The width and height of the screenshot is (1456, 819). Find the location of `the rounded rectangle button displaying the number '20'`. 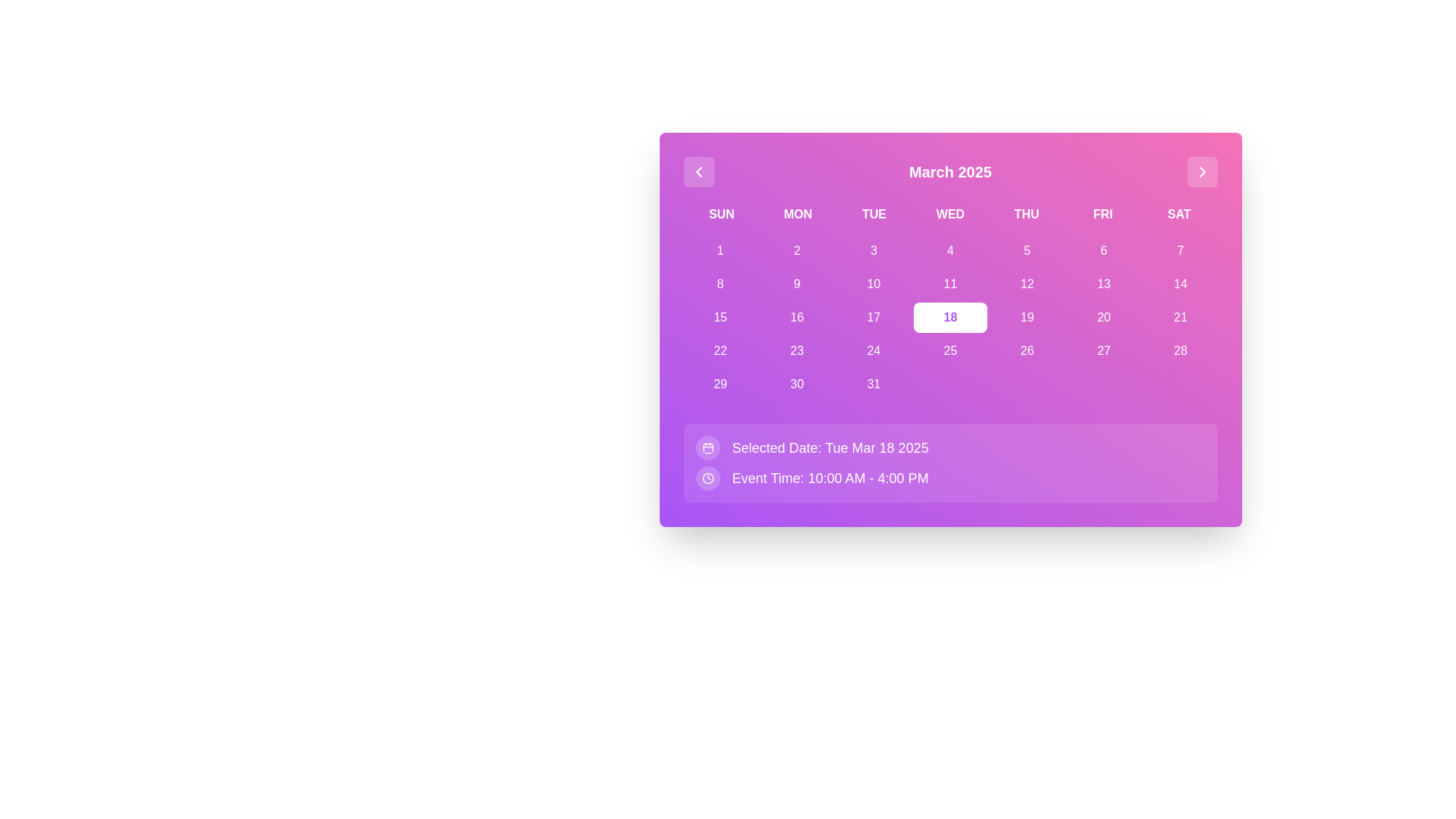

the rounded rectangle button displaying the number '20' is located at coordinates (1103, 317).